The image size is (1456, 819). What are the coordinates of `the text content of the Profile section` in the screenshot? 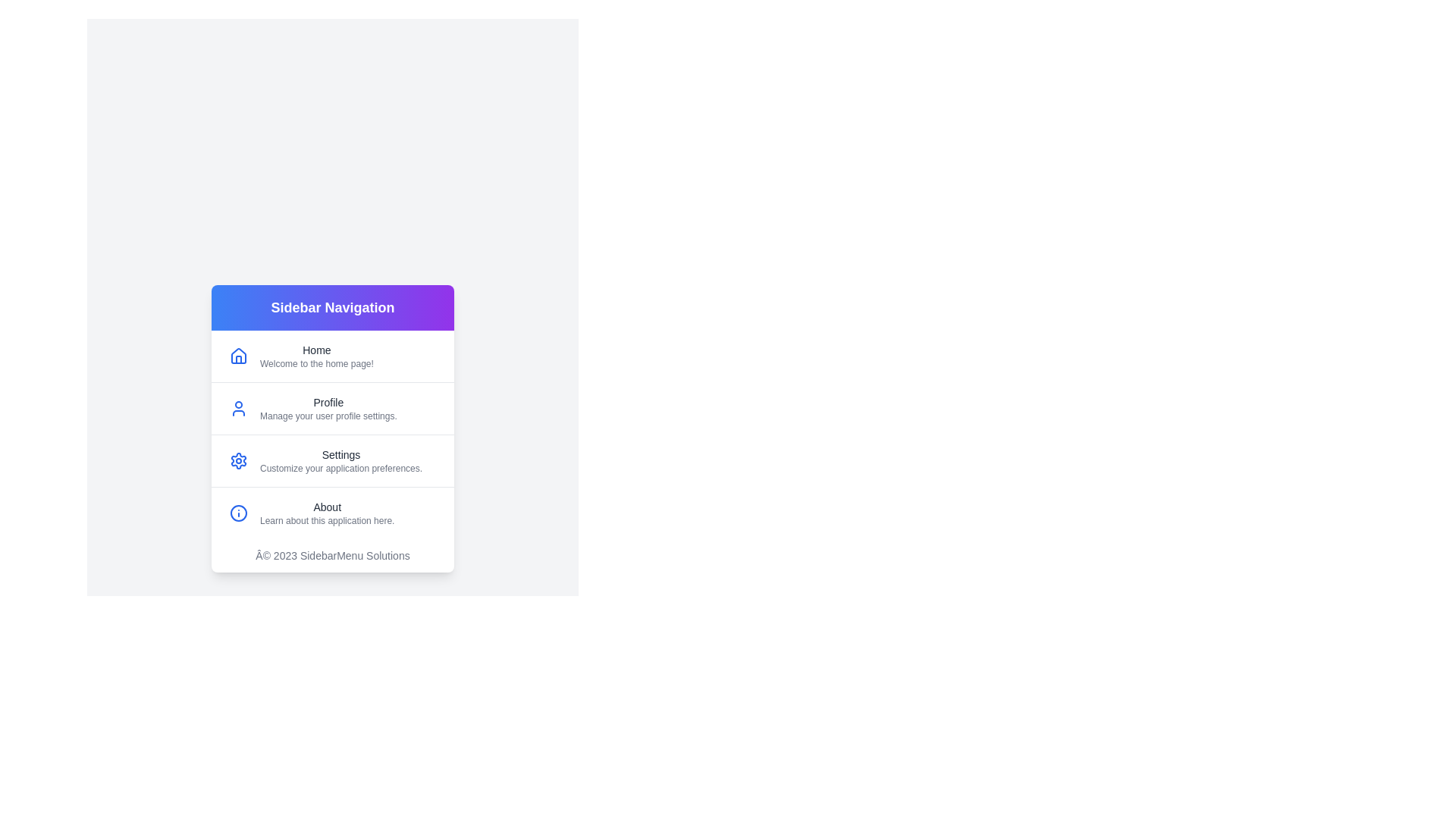 It's located at (259, 401).